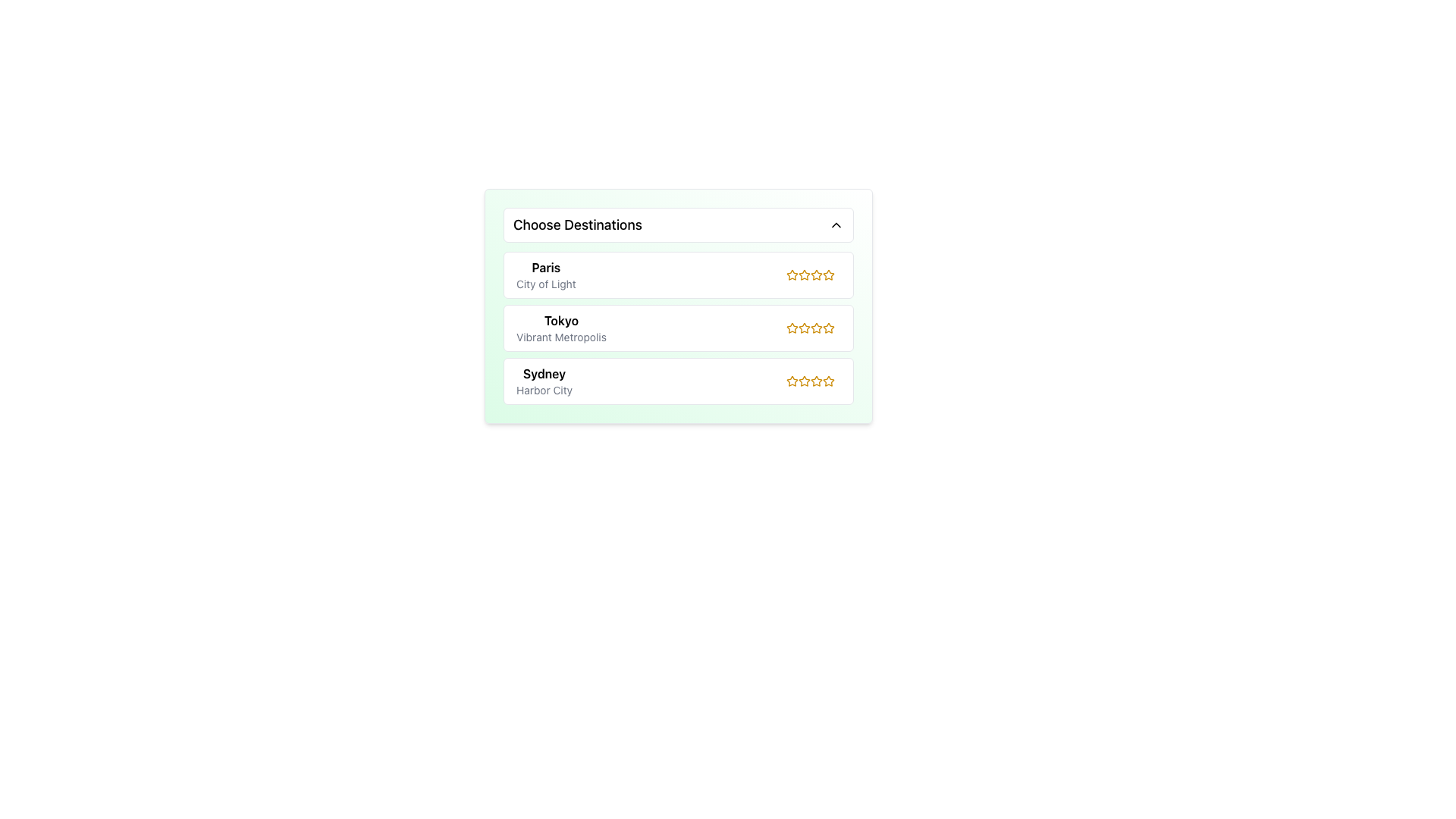 The image size is (1456, 819). Describe the element at coordinates (792, 275) in the screenshot. I see `the leftmost star icon in the rating component for the 'Paris' option` at that location.